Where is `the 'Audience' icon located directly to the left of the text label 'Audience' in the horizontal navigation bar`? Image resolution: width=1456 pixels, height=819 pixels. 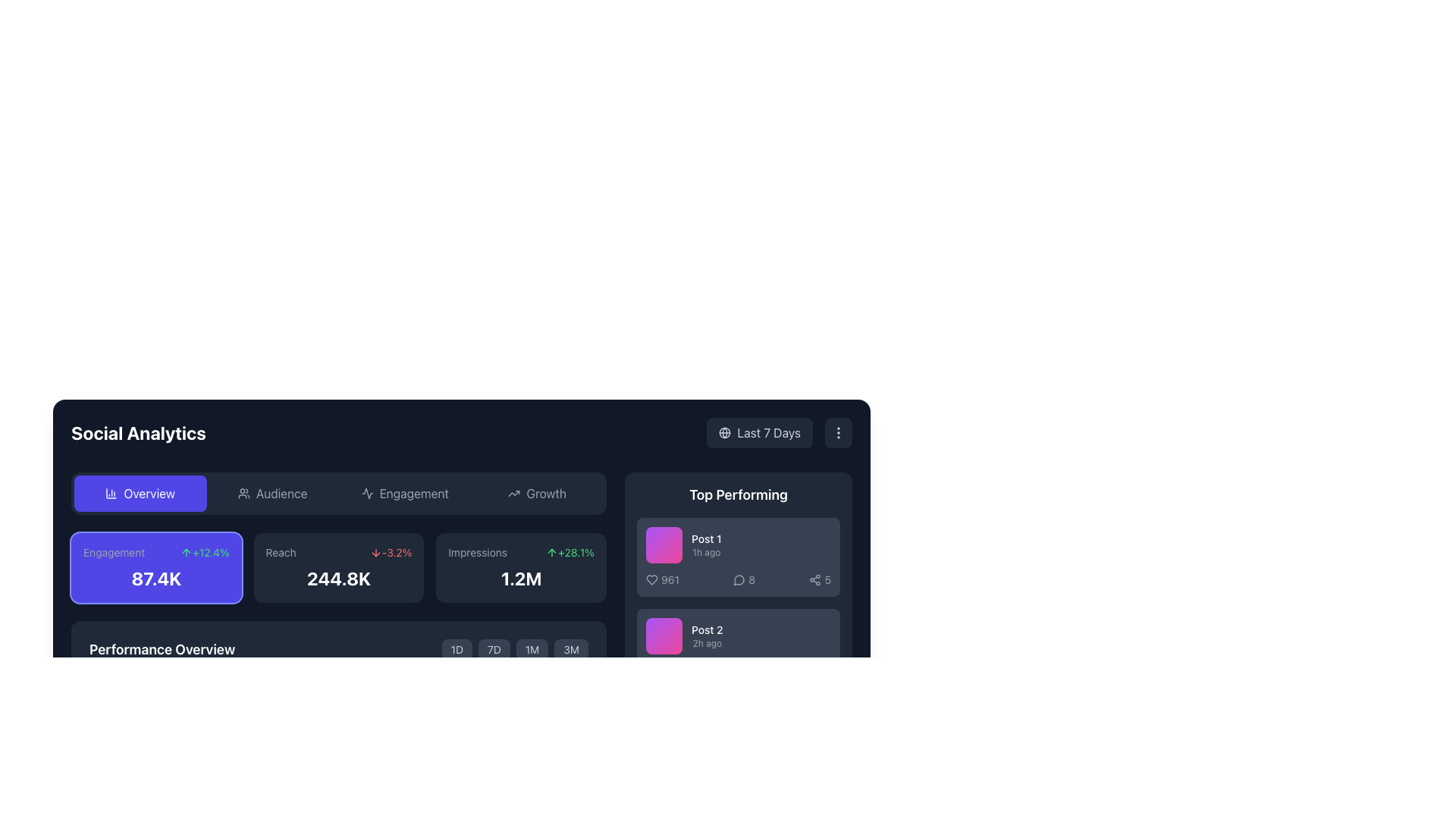 the 'Audience' icon located directly to the left of the text label 'Audience' in the horizontal navigation bar is located at coordinates (243, 494).